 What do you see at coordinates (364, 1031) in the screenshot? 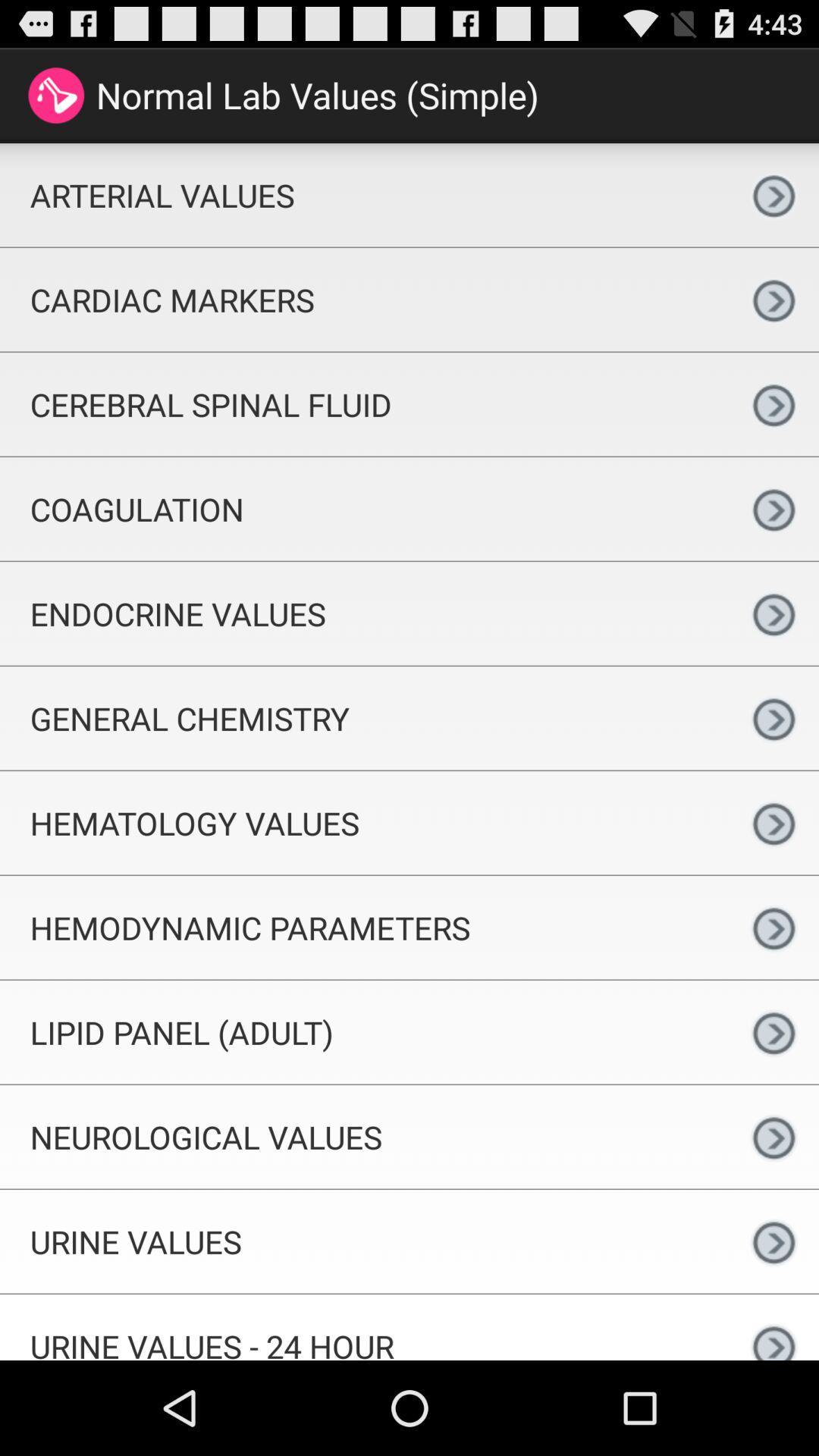
I see `the lipid panel (adult)` at bounding box center [364, 1031].